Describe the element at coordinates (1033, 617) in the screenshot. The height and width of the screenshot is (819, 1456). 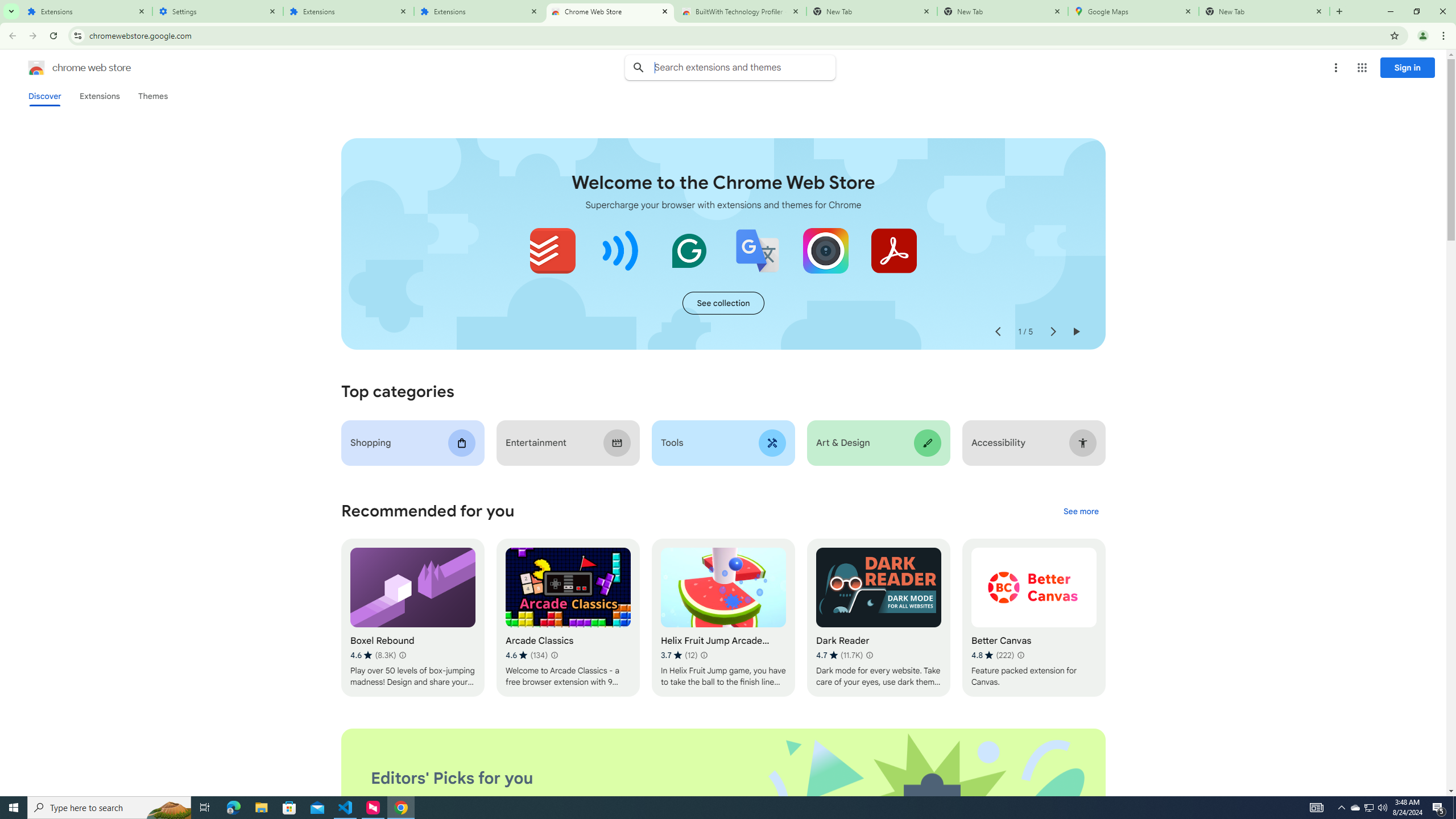
I see `'Better Canvas'` at that location.